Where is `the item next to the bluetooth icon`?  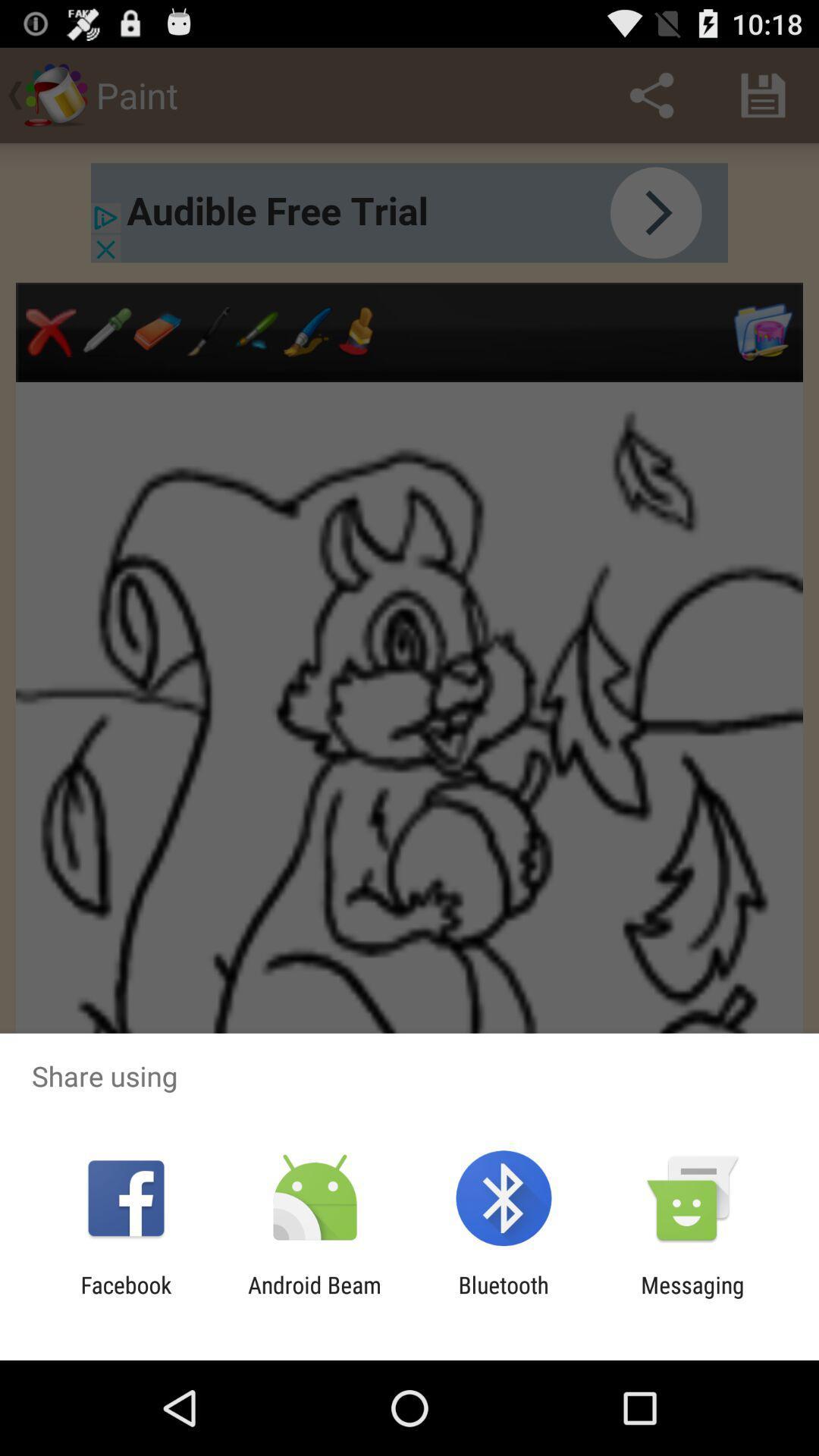
the item next to the bluetooth icon is located at coordinates (692, 1298).